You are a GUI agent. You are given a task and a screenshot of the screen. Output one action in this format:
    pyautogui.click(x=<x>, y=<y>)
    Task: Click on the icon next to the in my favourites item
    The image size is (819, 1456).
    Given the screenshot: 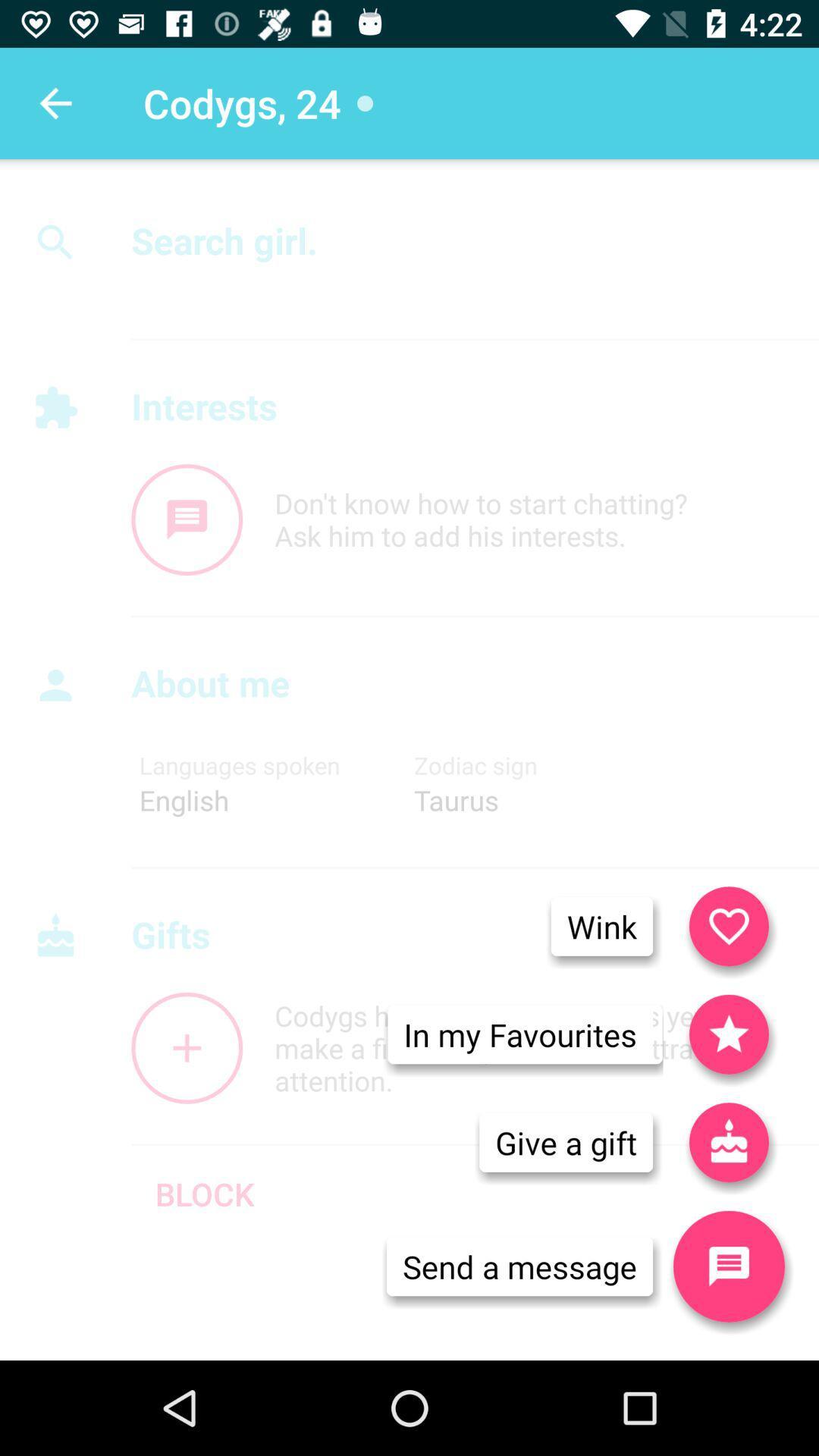 What is the action you would take?
    pyautogui.click(x=728, y=1142)
    